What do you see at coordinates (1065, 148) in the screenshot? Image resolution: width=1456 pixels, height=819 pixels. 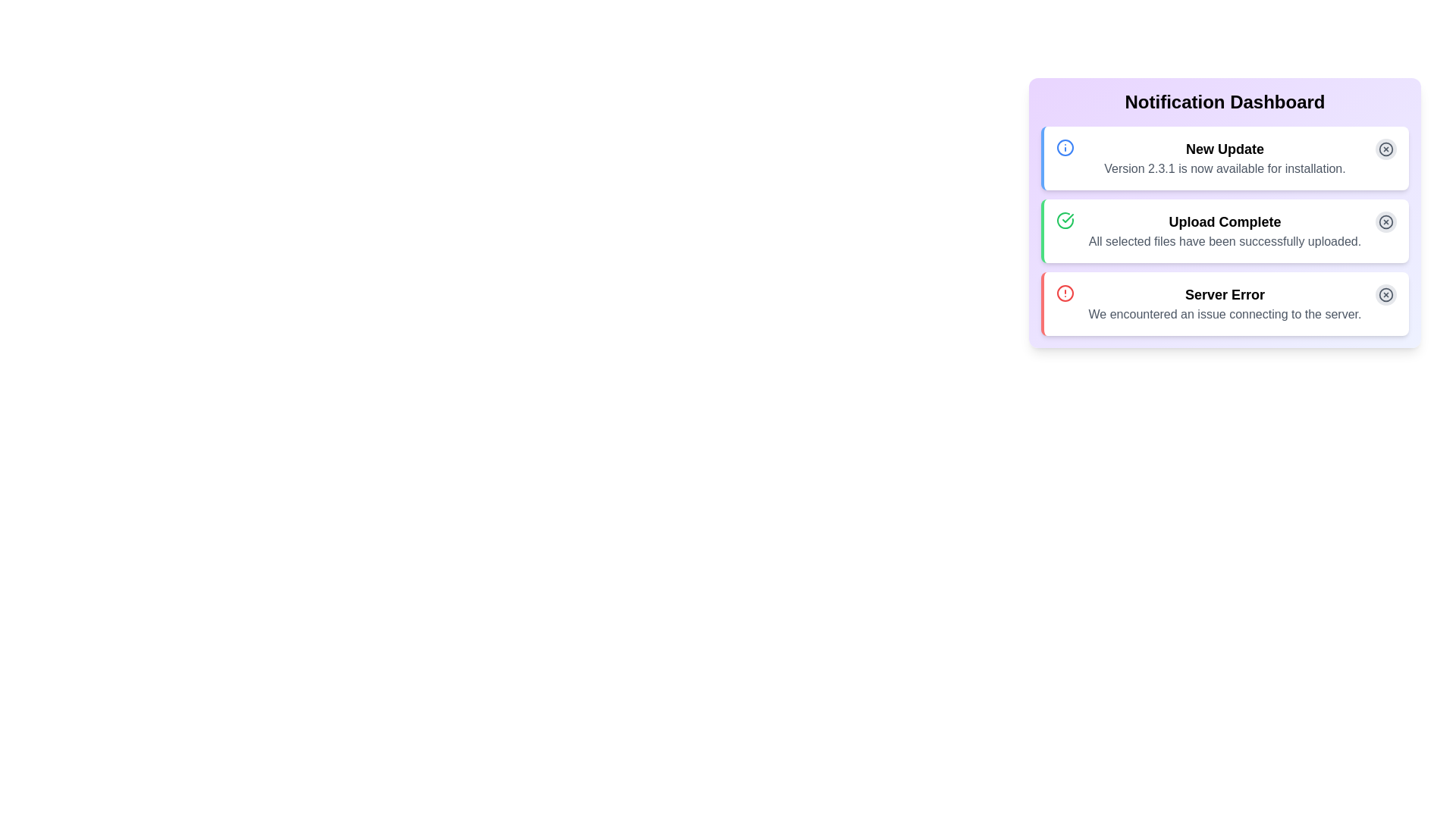 I see `the informational notification icon for the 'New Update' located within the notification card, positioned to the left of the notification title and description` at bounding box center [1065, 148].